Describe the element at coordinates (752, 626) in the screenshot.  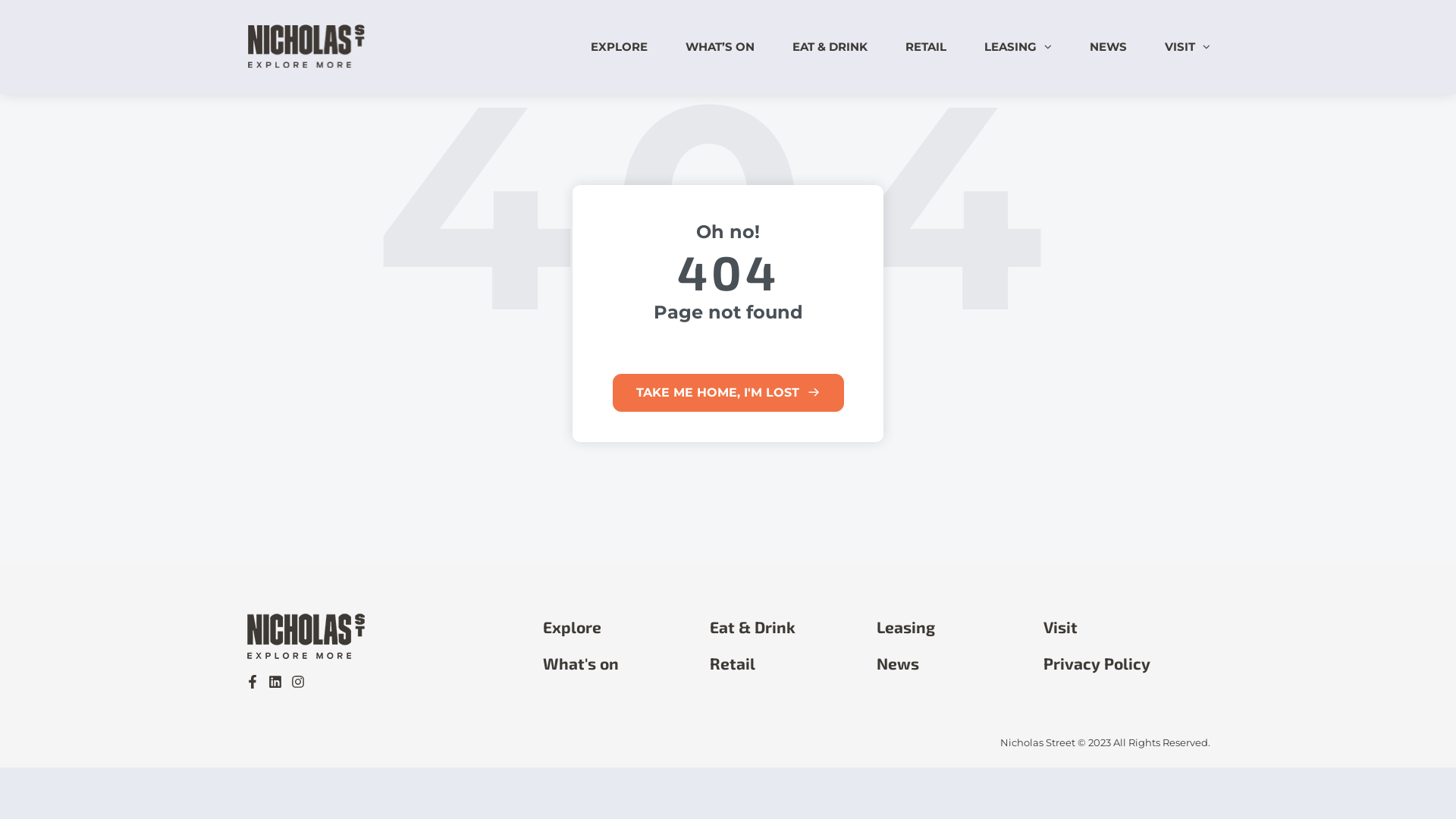
I see `'Eat & Drink'` at that location.